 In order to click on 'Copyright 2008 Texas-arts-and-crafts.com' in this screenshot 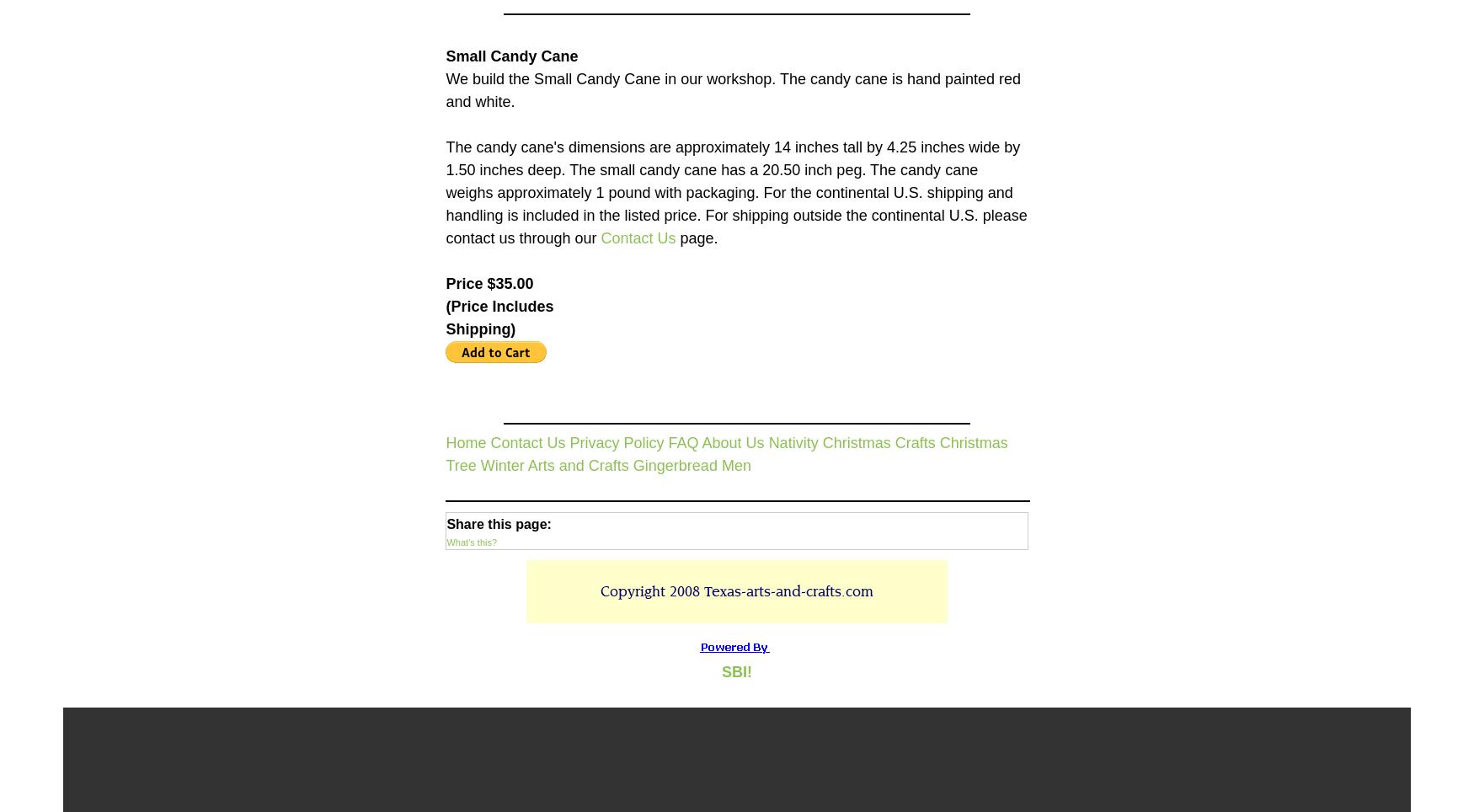, I will do `click(737, 590)`.